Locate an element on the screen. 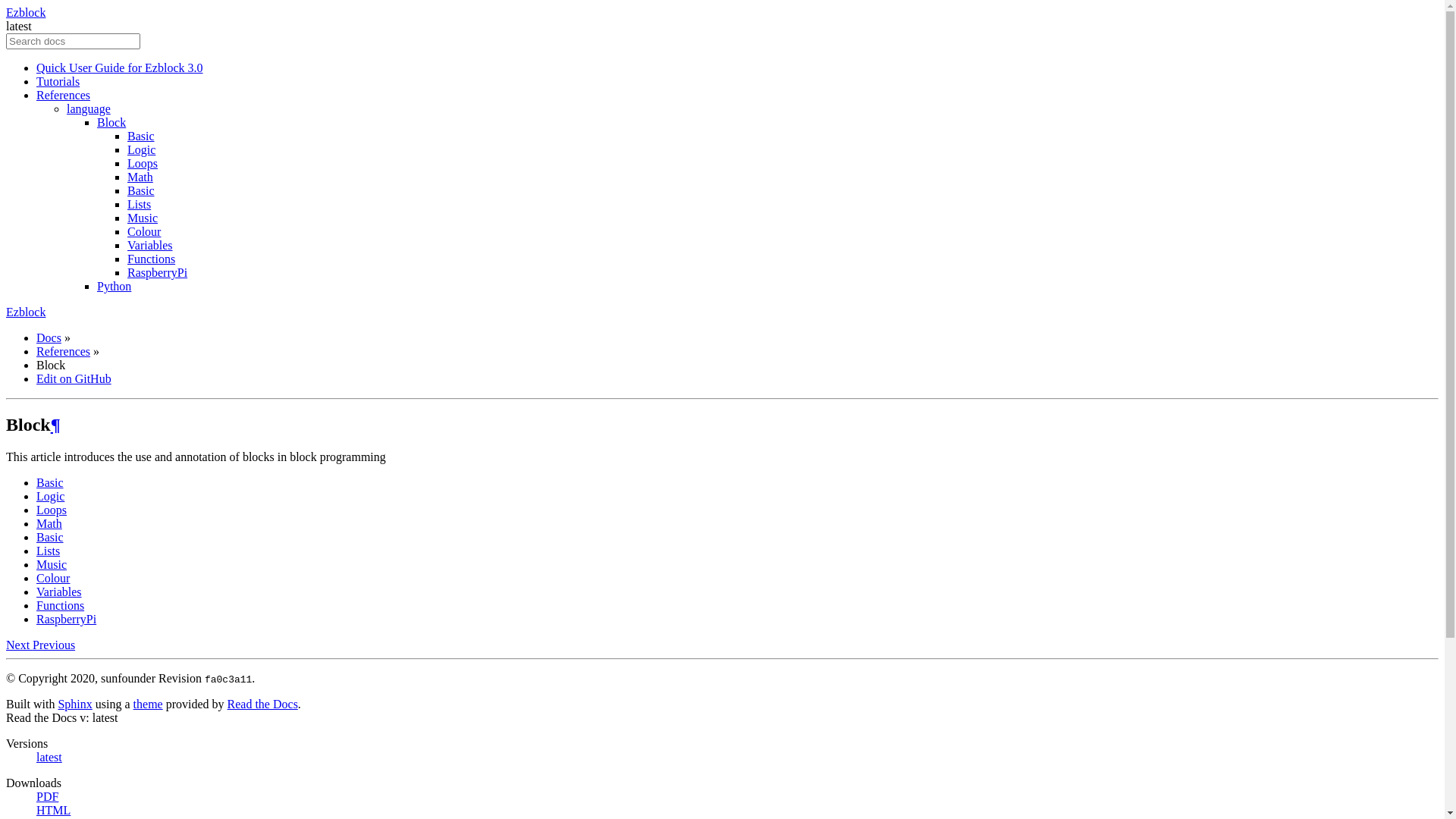  'Python' is located at coordinates (96, 286).